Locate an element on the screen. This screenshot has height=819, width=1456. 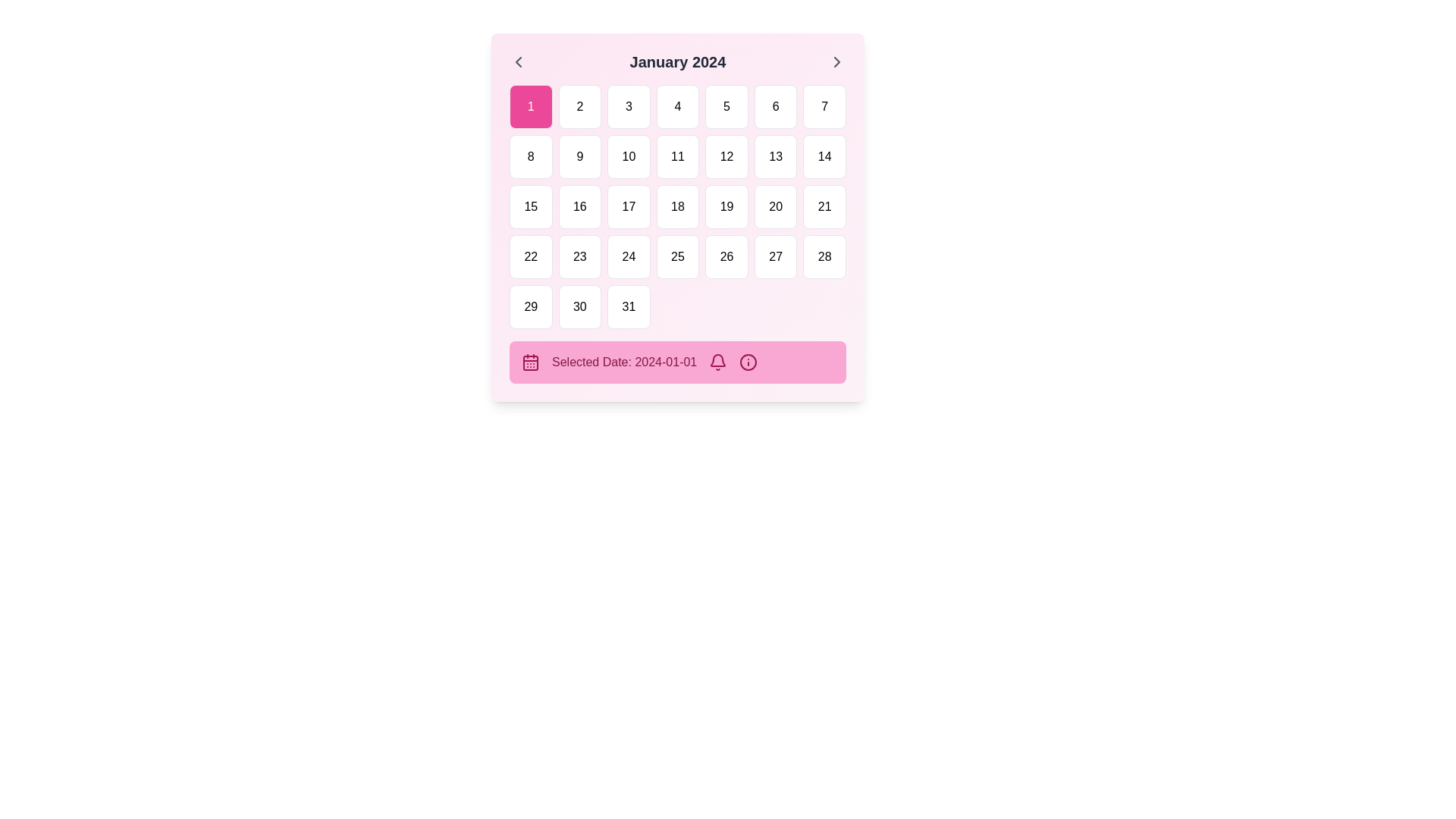
the button representing the date '18' in the calendar interface is located at coordinates (676, 207).